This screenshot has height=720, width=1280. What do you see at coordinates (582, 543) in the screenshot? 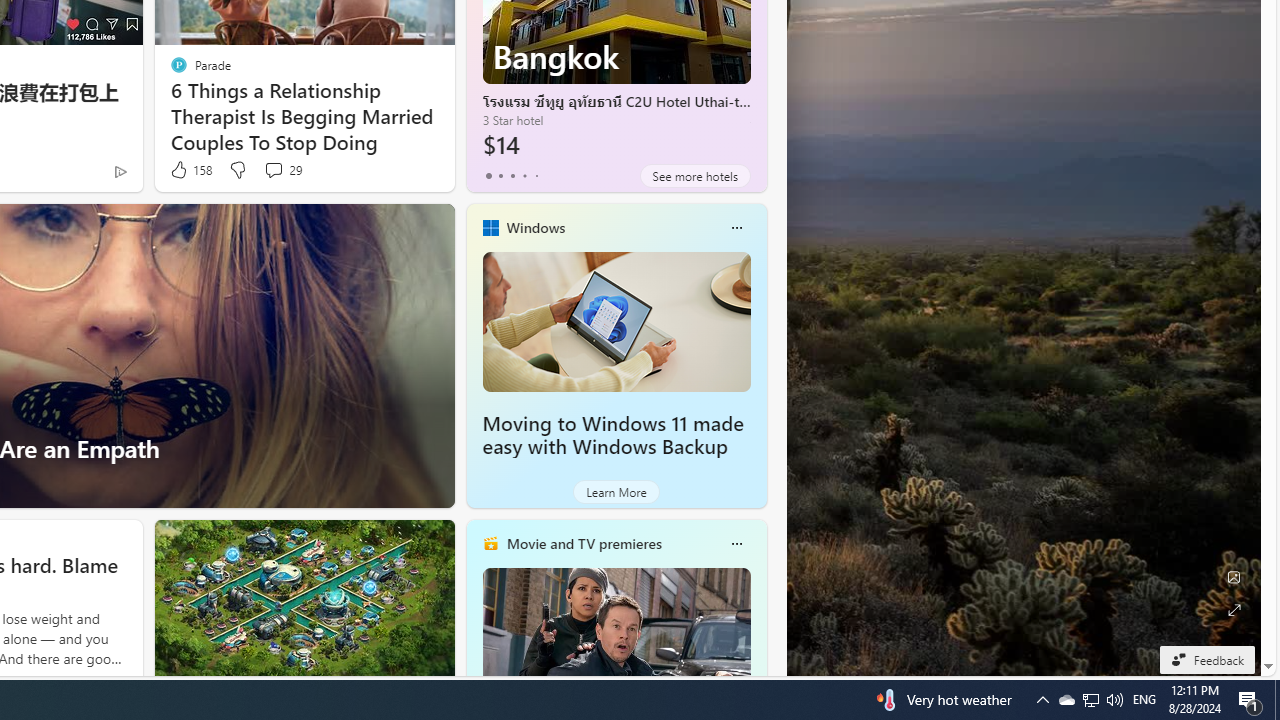
I see `'Movie and TV premieres'` at bounding box center [582, 543].